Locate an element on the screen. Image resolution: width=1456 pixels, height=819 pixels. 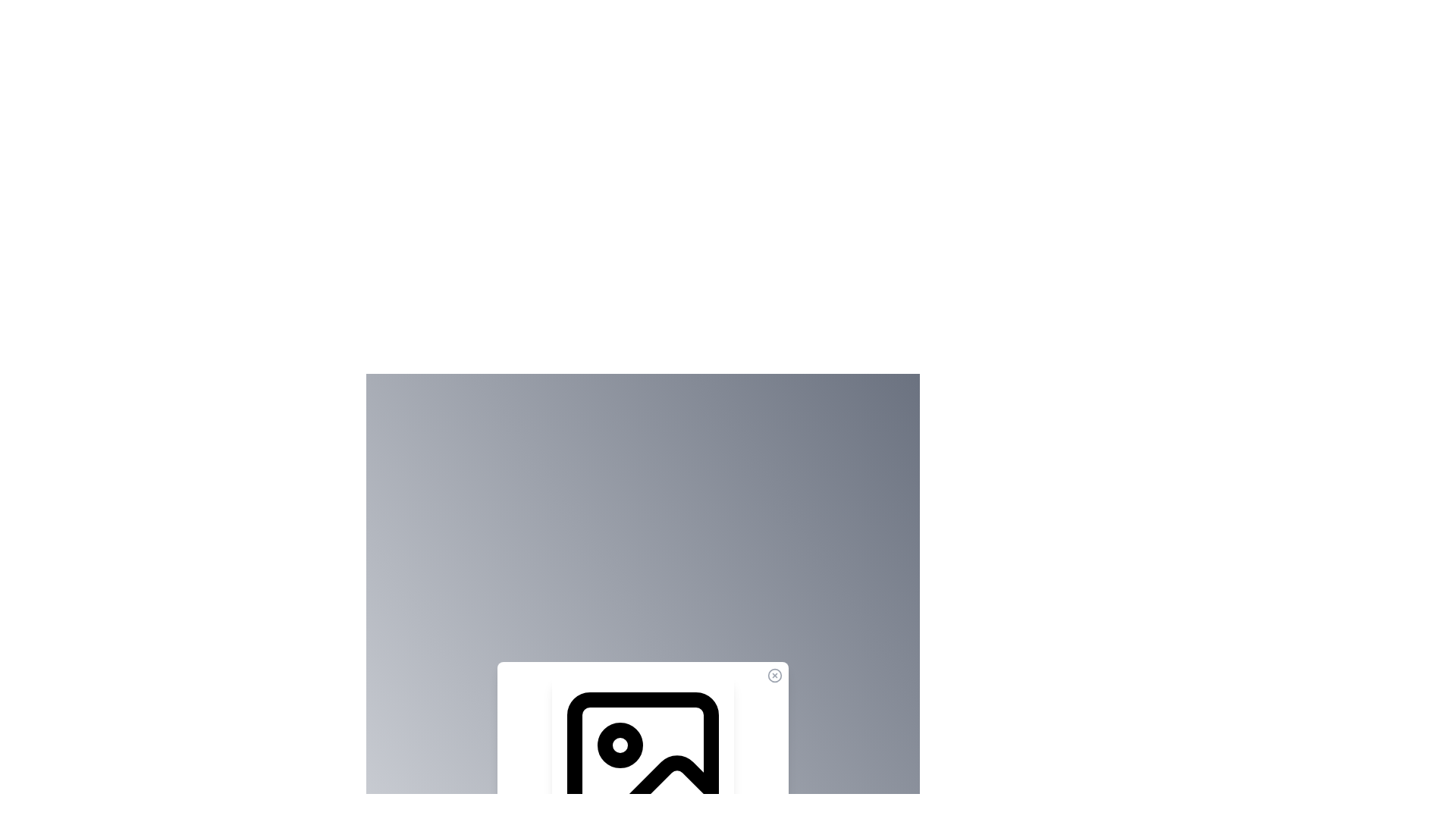
the decorative circle element located at the upper center of the SVG layout is located at coordinates (620, 745).